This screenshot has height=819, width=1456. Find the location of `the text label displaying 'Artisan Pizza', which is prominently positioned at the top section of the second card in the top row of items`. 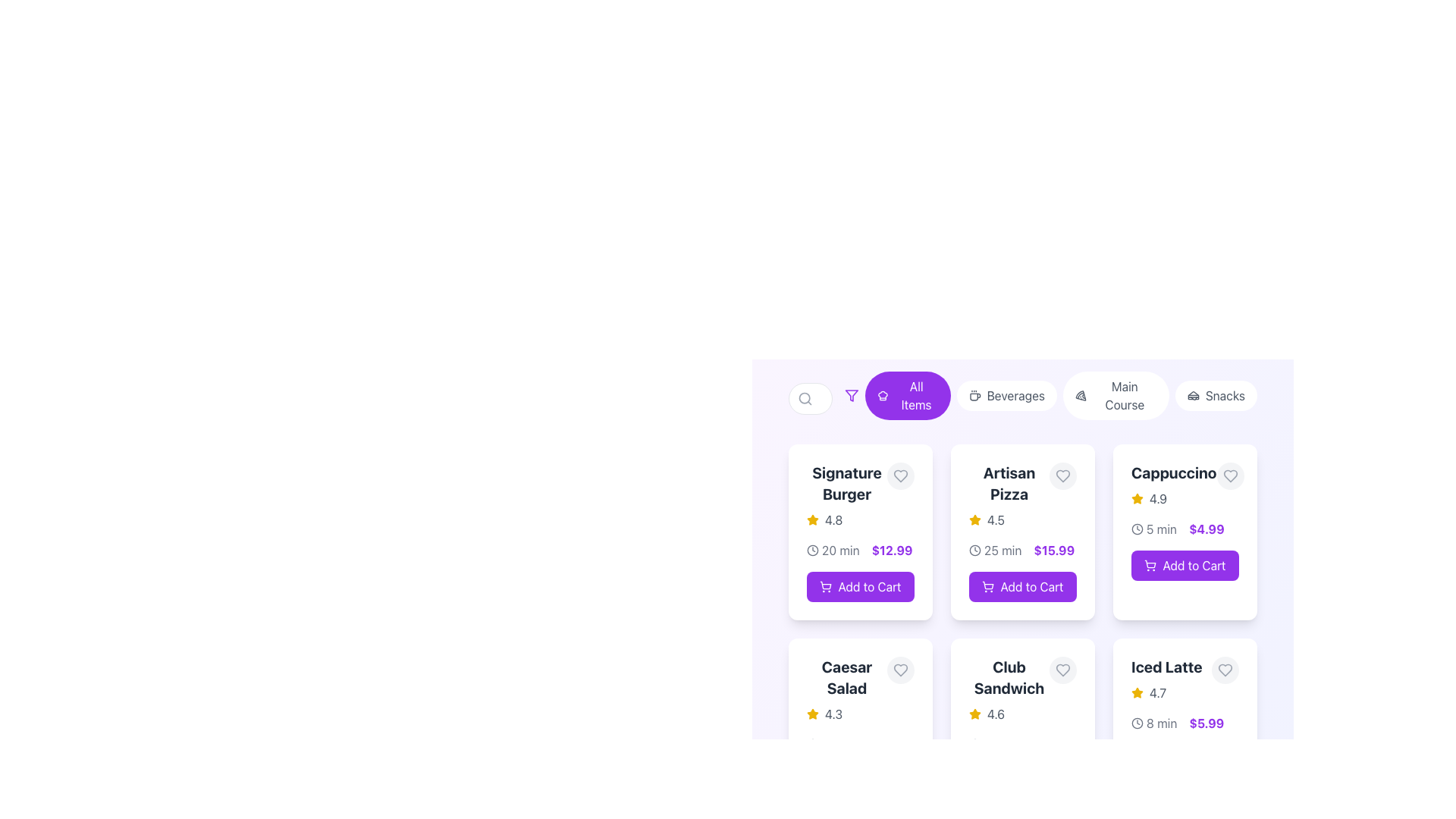

the text label displaying 'Artisan Pizza', which is prominently positioned at the top section of the second card in the top row of items is located at coordinates (1009, 483).